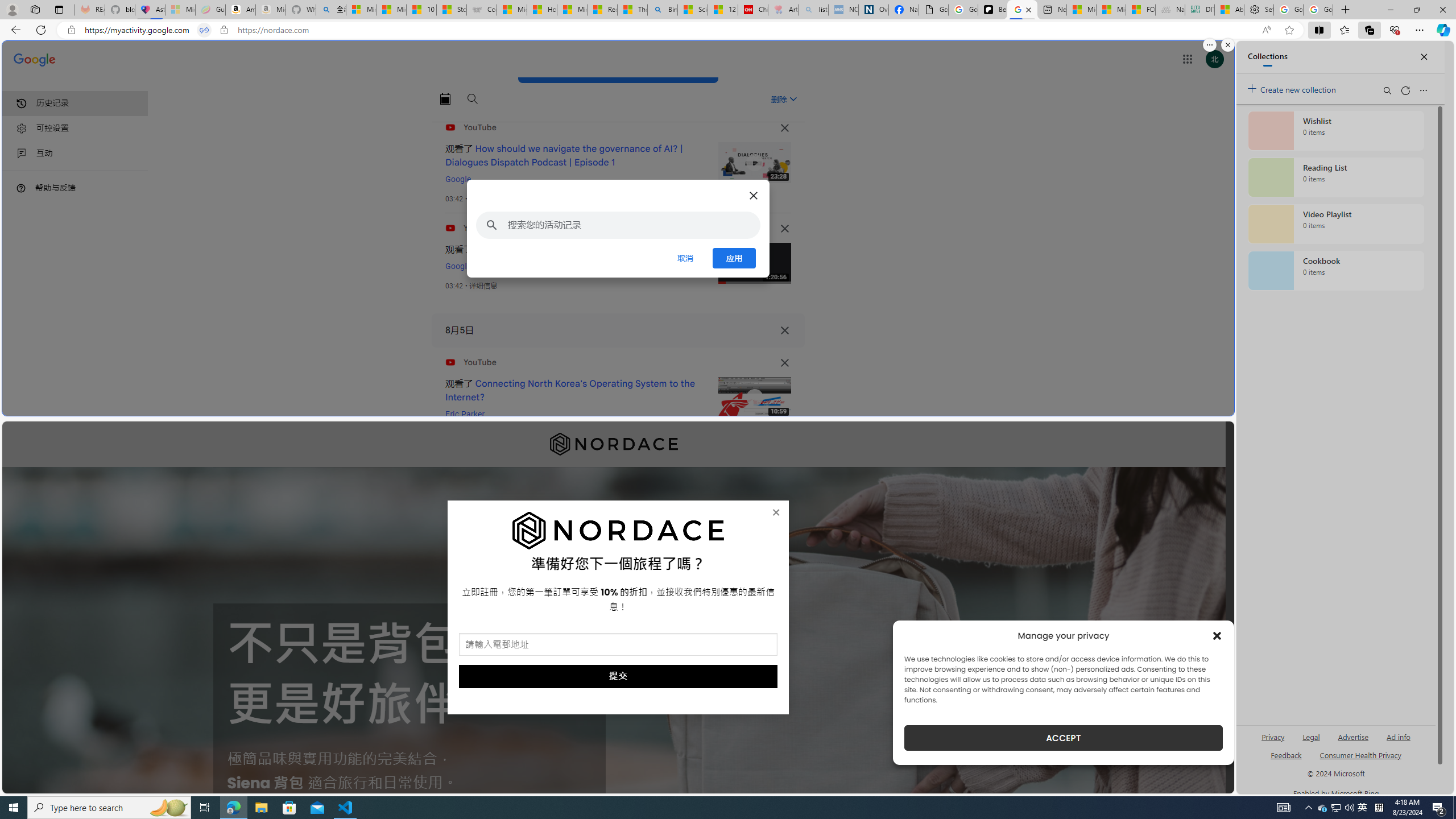 The width and height of the screenshot is (1456, 819). I want to click on 'AutomationID: sb_feedback', so click(1286, 754).